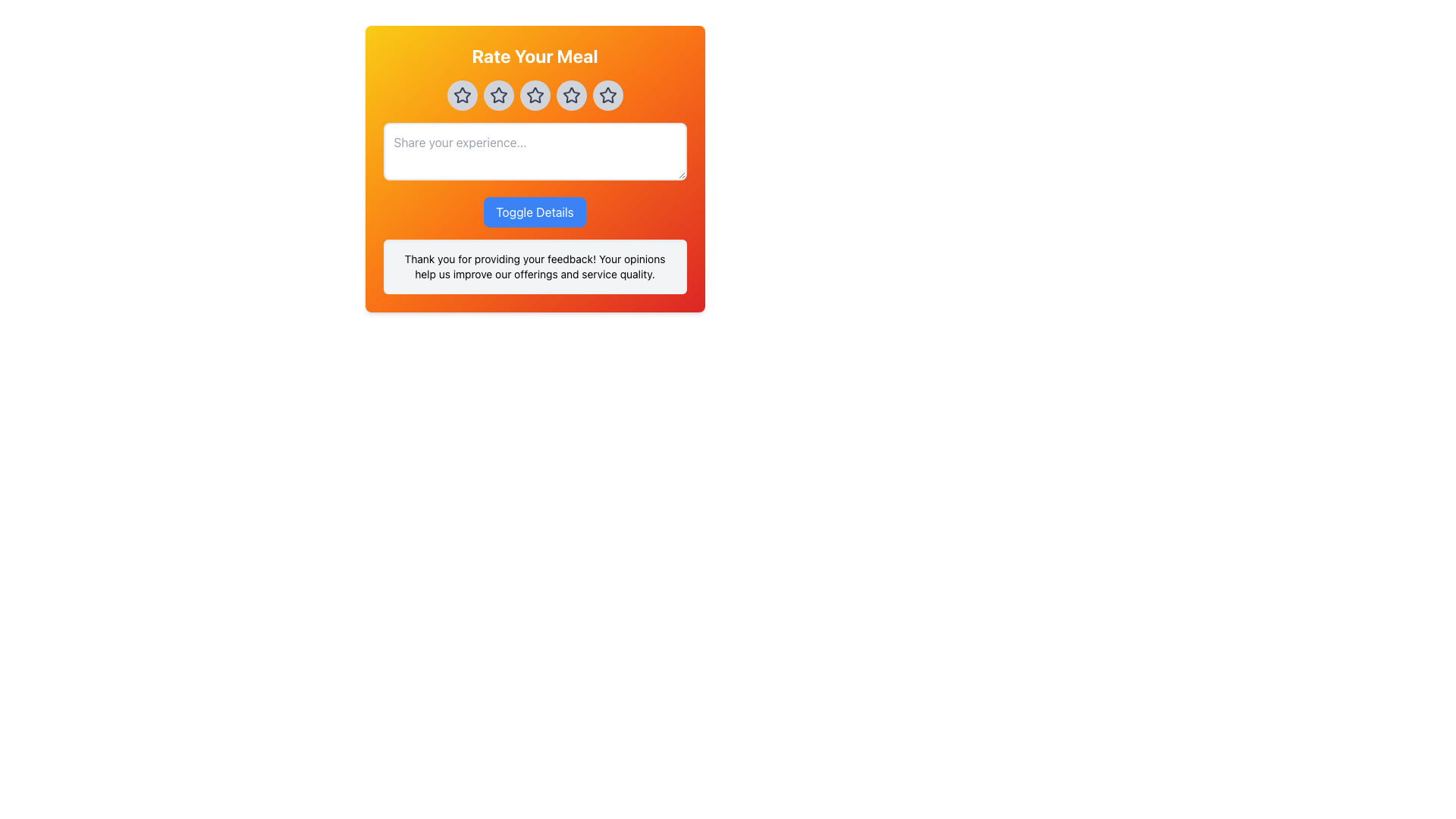 This screenshot has height=819, width=1456. What do you see at coordinates (461, 95) in the screenshot?
I see `the first star icon in the star rating control` at bounding box center [461, 95].